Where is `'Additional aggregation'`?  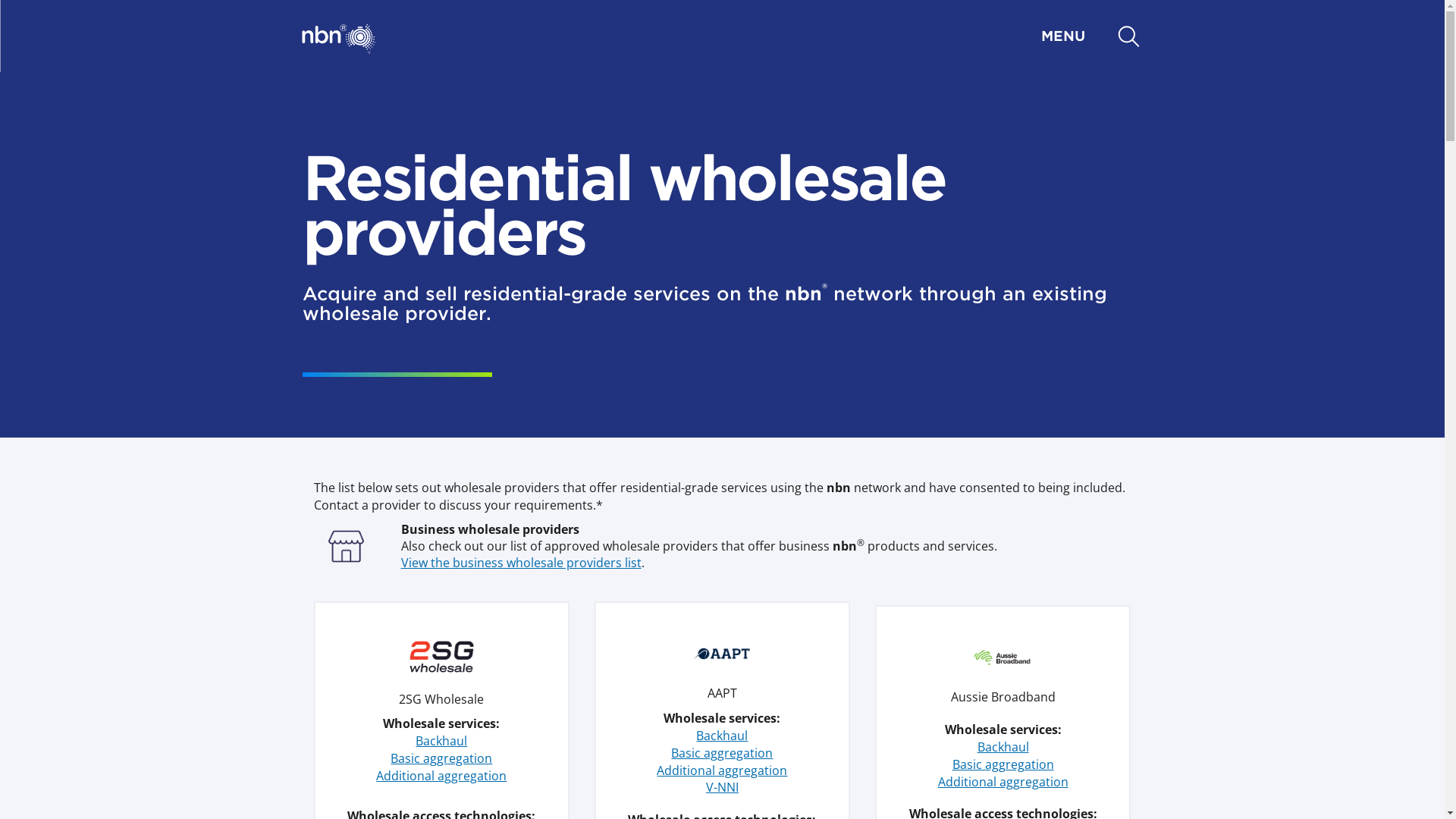
'Additional aggregation' is located at coordinates (720, 770).